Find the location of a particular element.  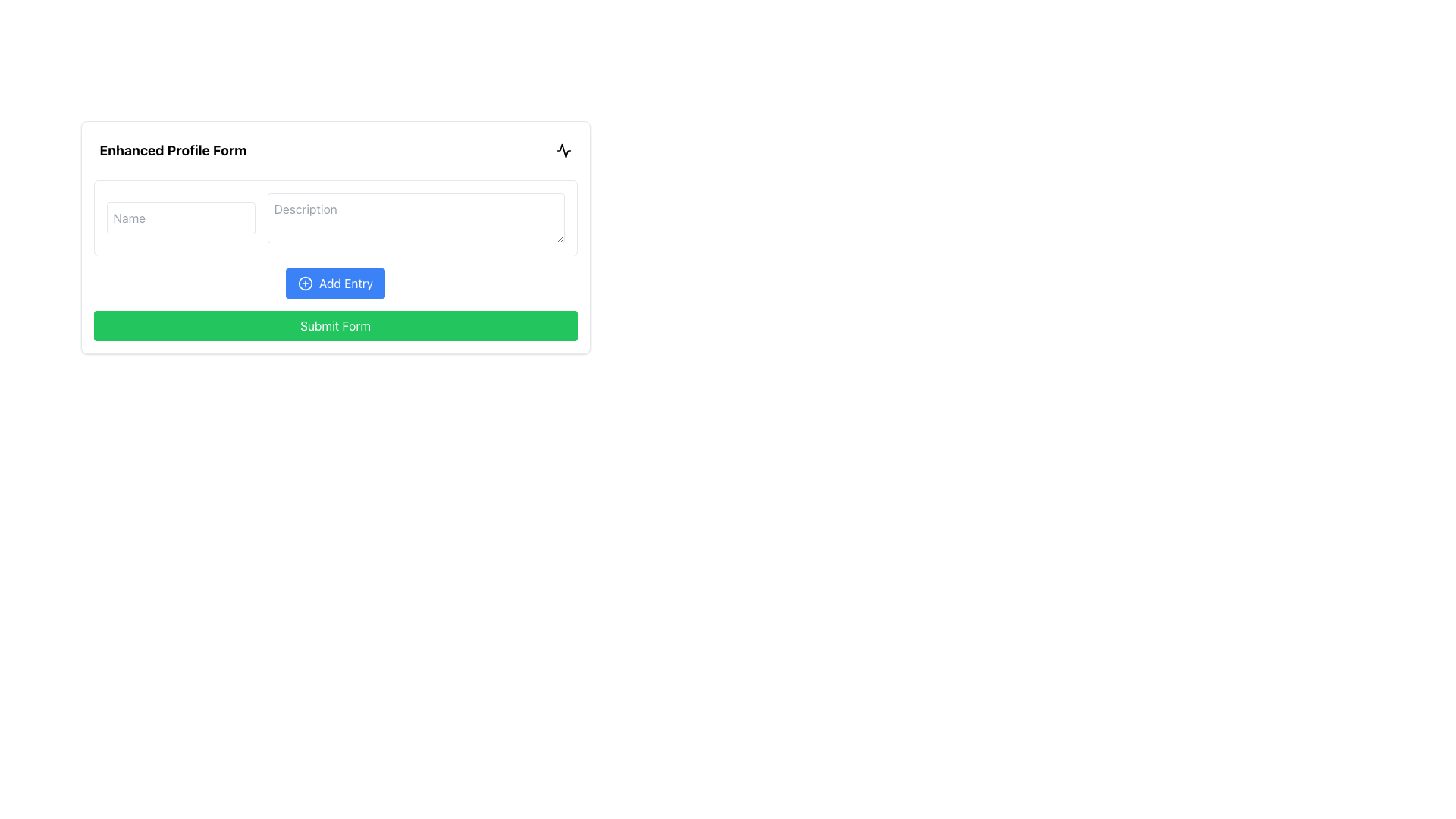

the waveform-like SVG graphic icon located near the top-right corner of the Enhanced Profile Form section is located at coordinates (563, 151).